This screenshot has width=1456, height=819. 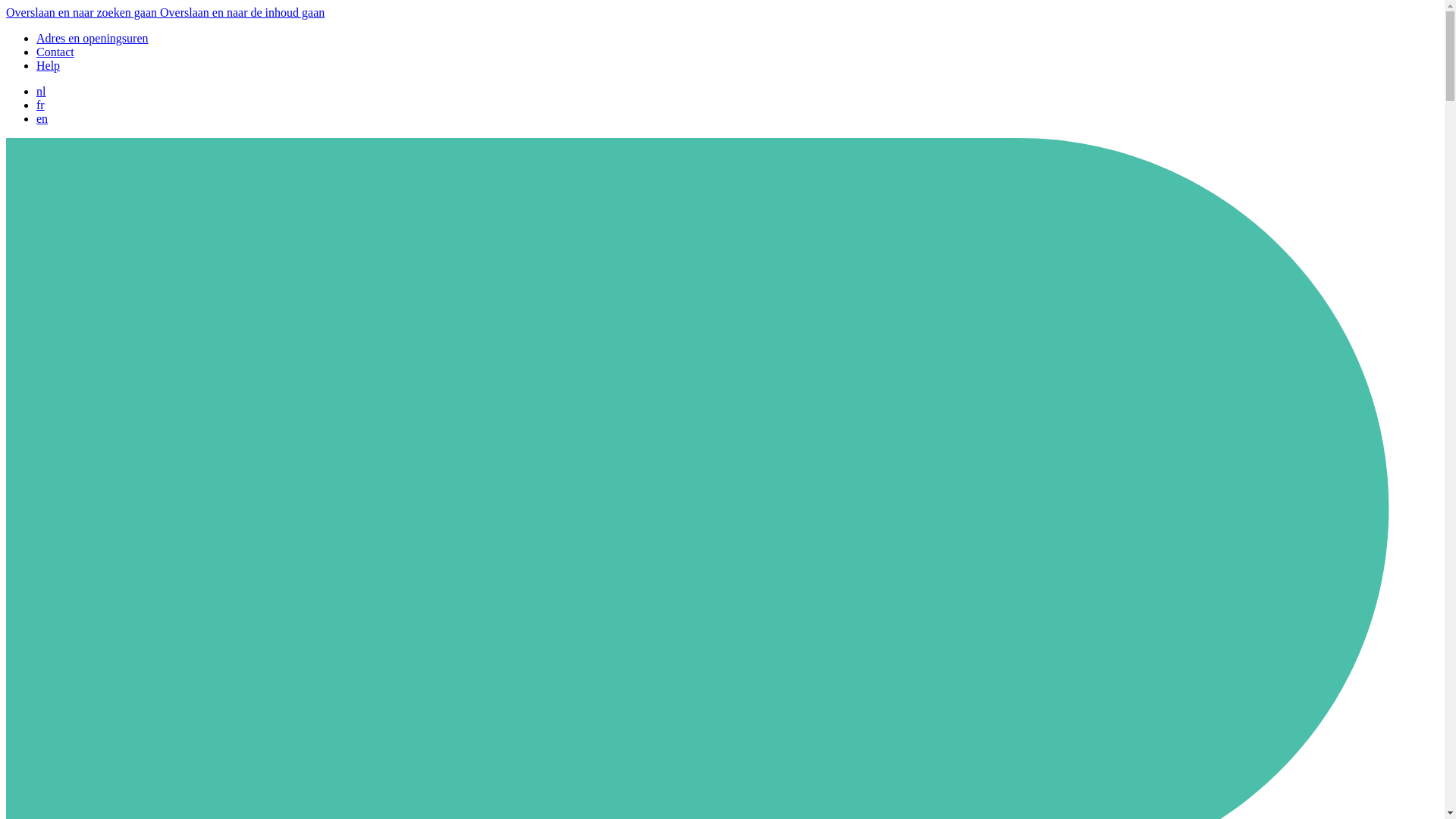 What do you see at coordinates (241, 12) in the screenshot?
I see `'Overslaan en naar de inhoud gaan'` at bounding box center [241, 12].